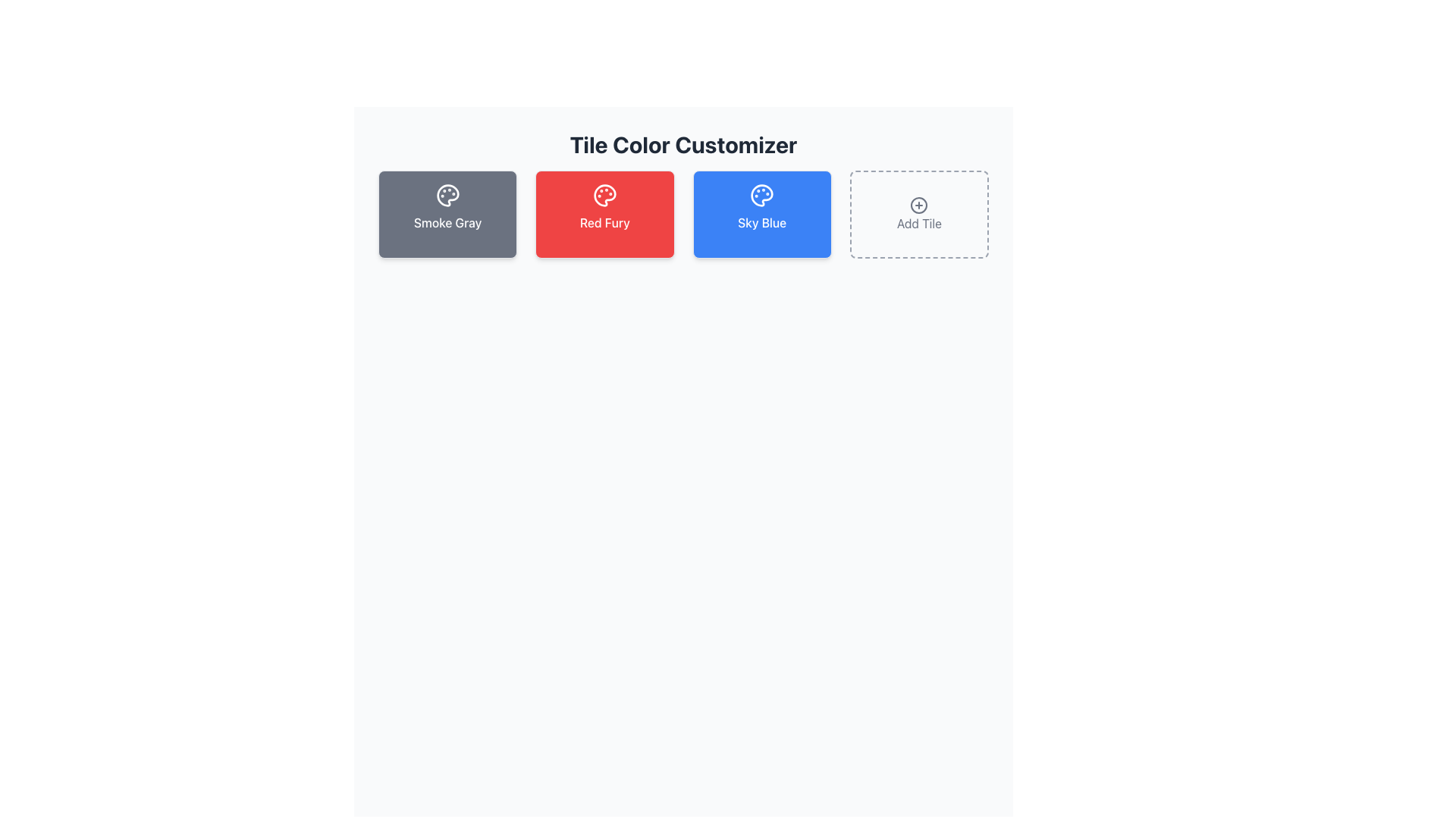 This screenshot has width=1456, height=819. What do you see at coordinates (918, 214) in the screenshot?
I see `the button that allows users to add additional tiles to the layout` at bounding box center [918, 214].